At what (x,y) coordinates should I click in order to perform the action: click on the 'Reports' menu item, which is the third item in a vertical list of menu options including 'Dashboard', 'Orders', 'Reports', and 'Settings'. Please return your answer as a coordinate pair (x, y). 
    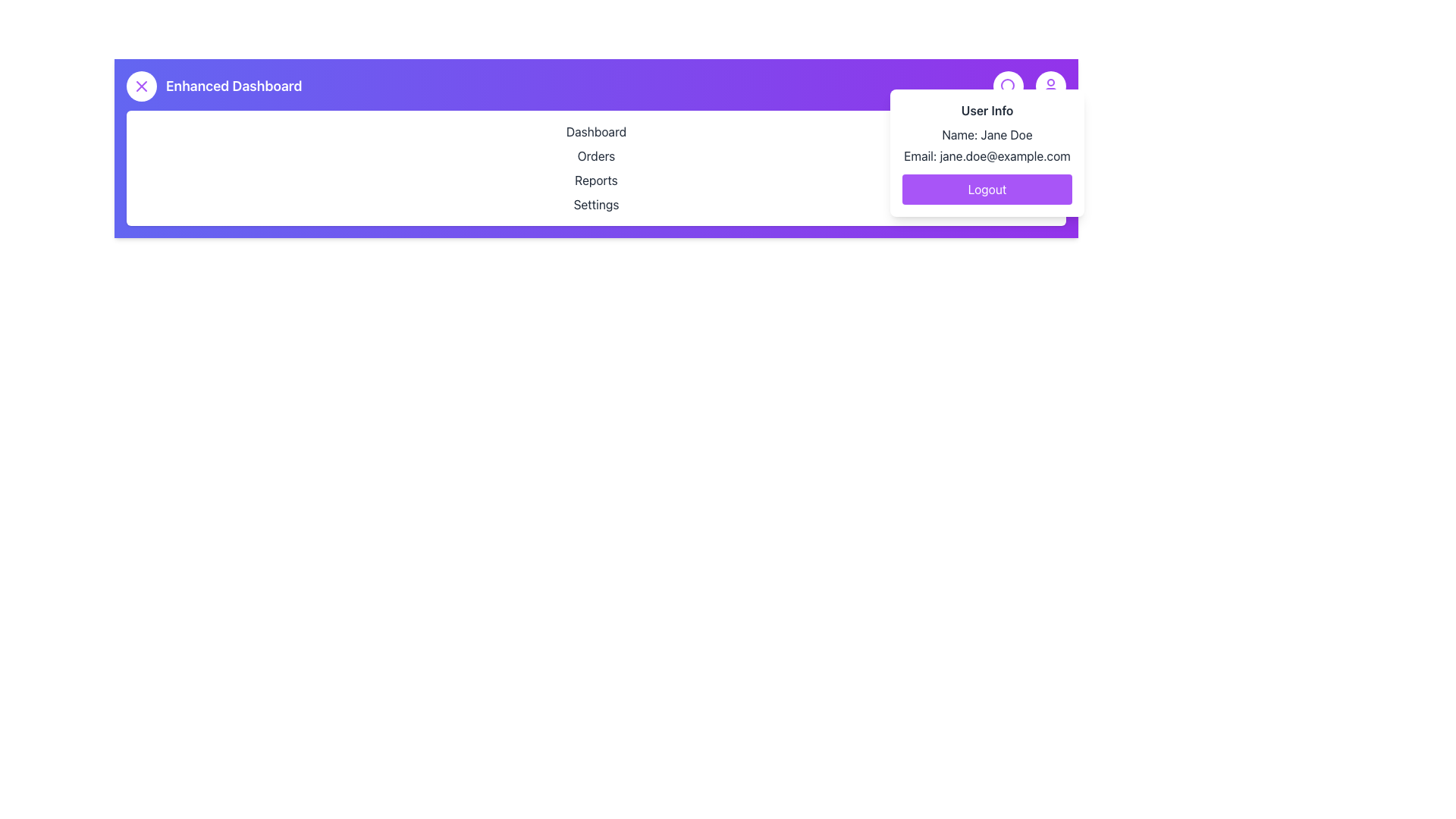
    Looking at the image, I should click on (595, 180).